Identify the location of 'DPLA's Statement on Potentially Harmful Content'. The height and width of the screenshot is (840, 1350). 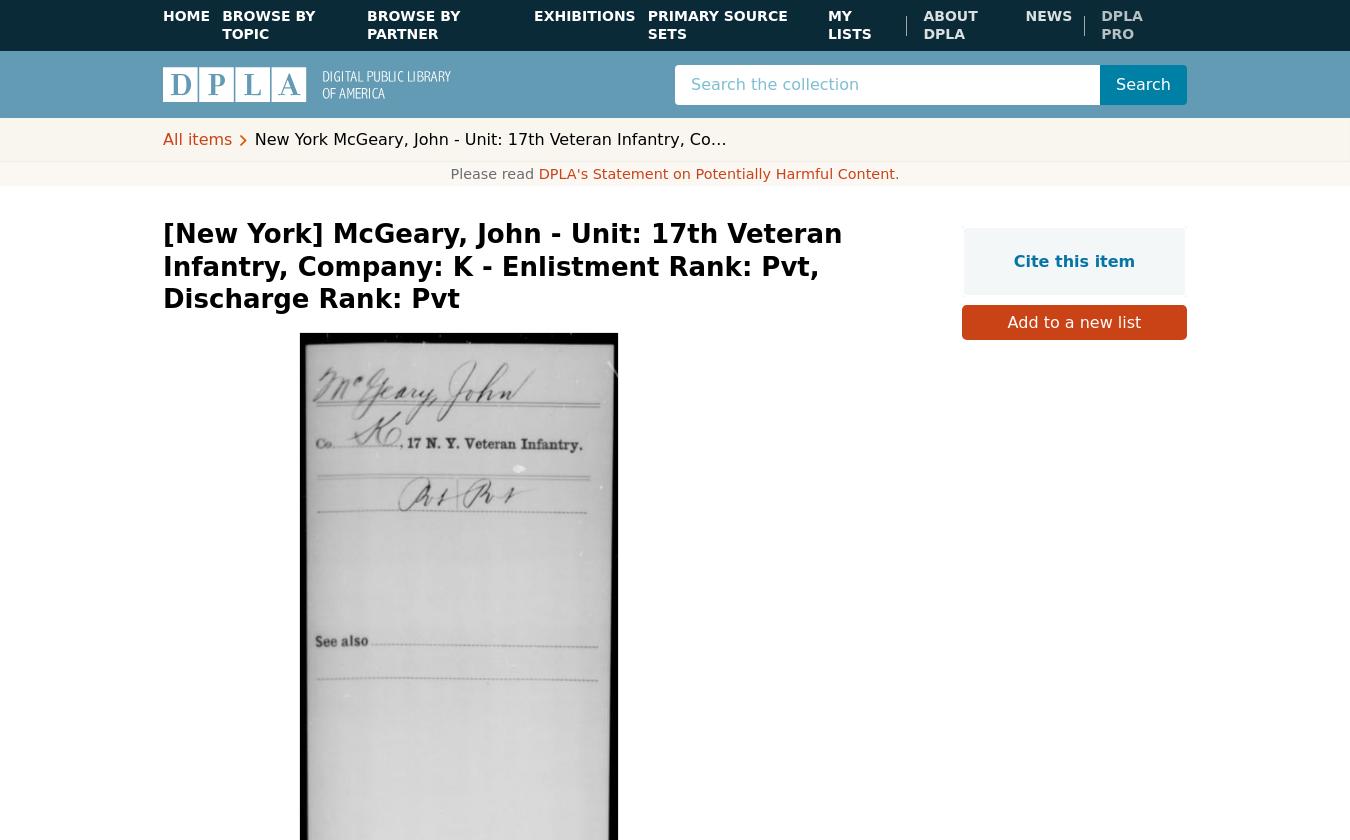
(715, 173).